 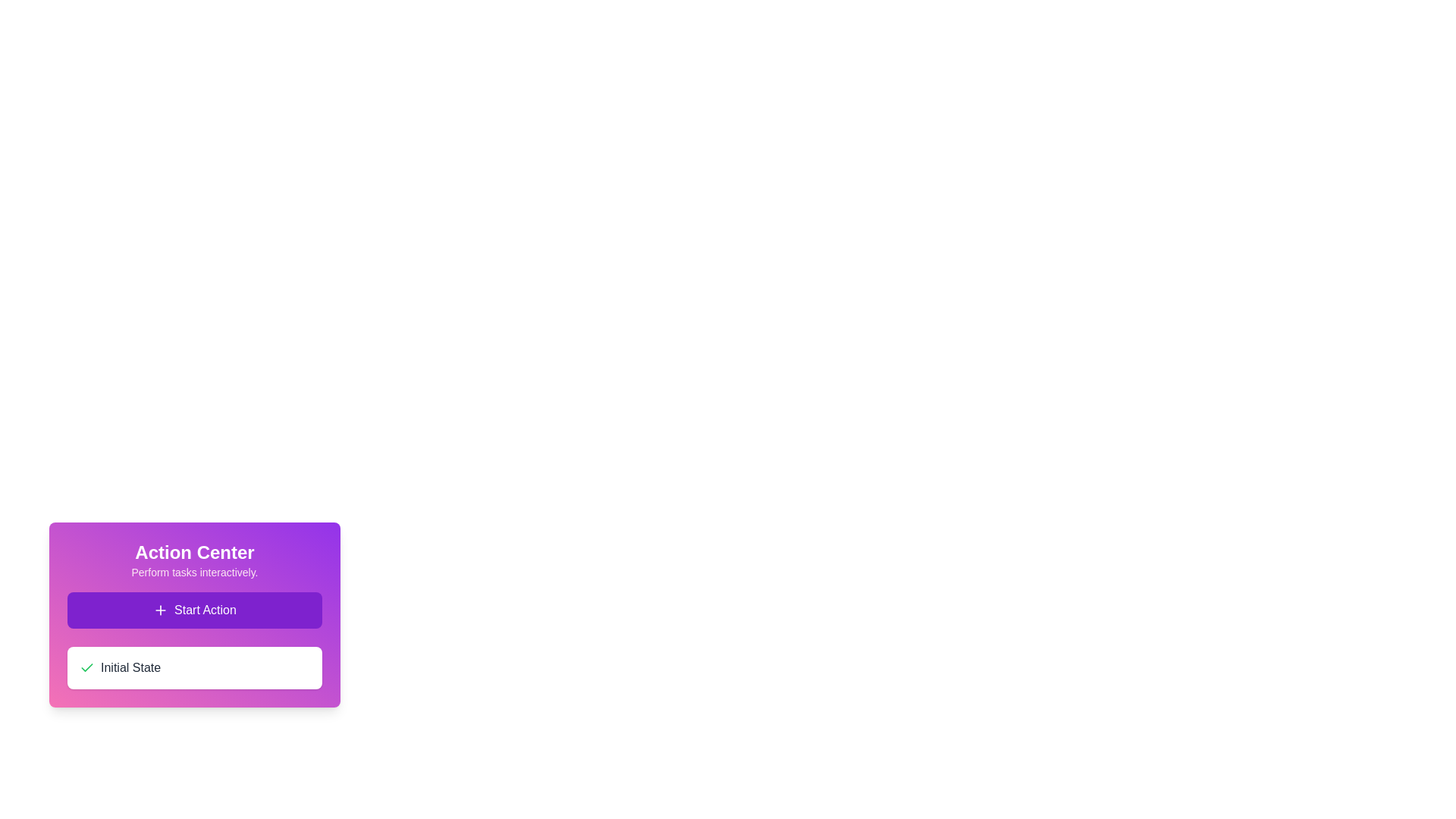 I want to click on the Text label that provides a descriptive subtitle or guidance text referring to the 'Action Center' heading, located within the purple gradient card interface, directly below the heading and above the '+ Start Action' button, so click(x=194, y=573).